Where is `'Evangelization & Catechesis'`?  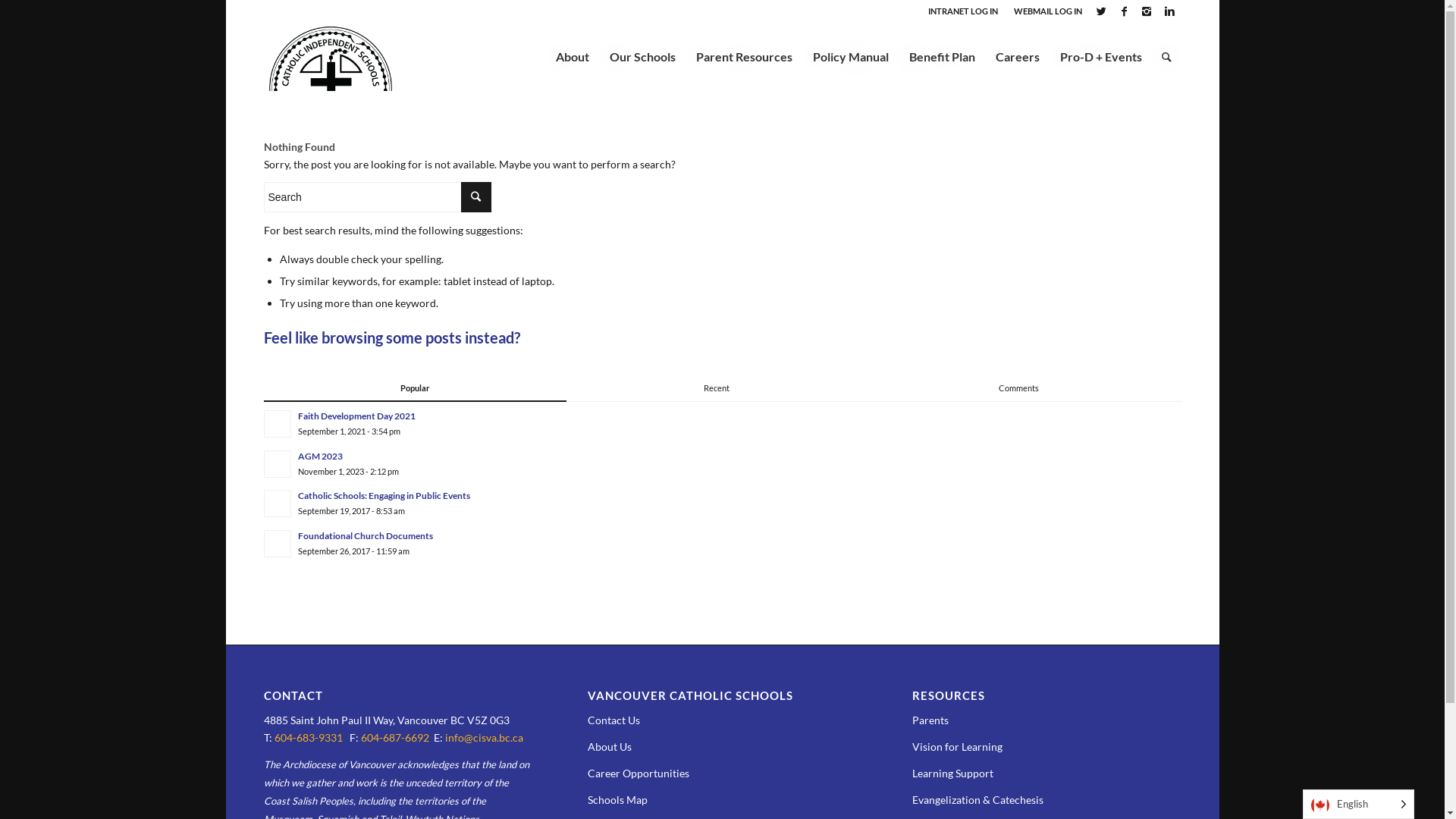
'Evangelization & Catechesis' is located at coordinates (977, 799).